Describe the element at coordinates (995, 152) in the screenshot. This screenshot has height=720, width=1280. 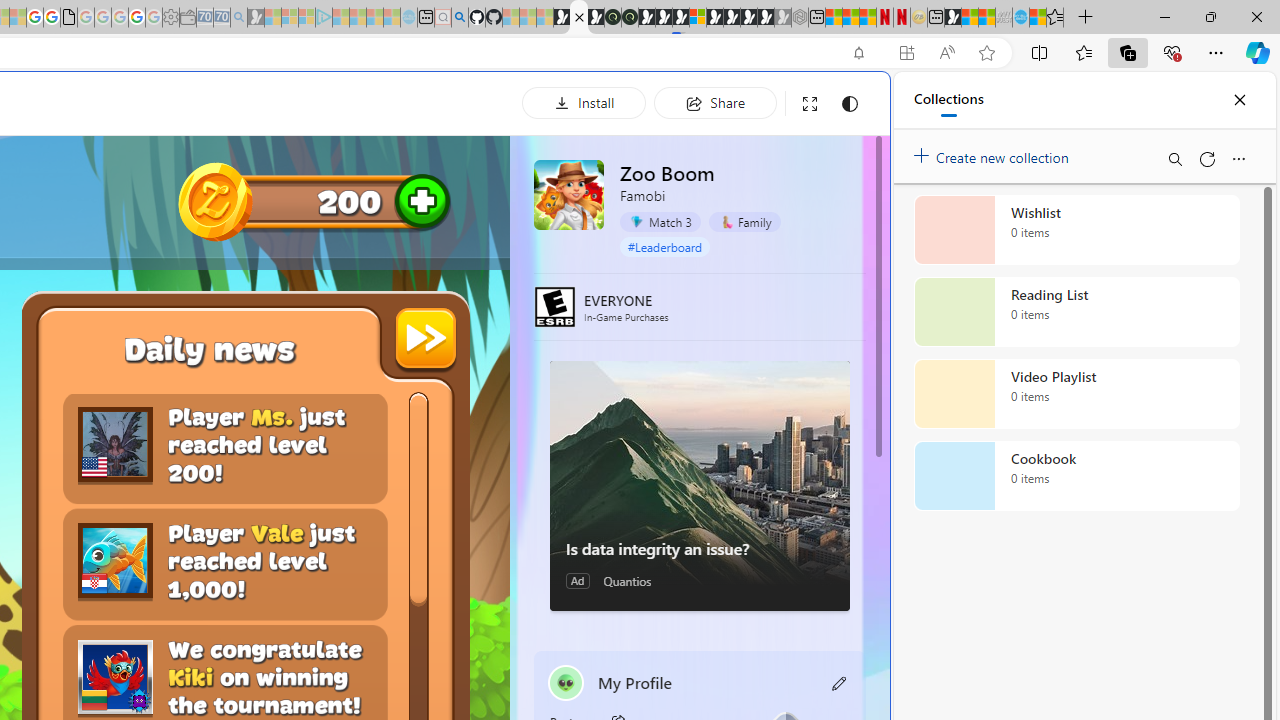
I see `'Create new collection'` at that location.